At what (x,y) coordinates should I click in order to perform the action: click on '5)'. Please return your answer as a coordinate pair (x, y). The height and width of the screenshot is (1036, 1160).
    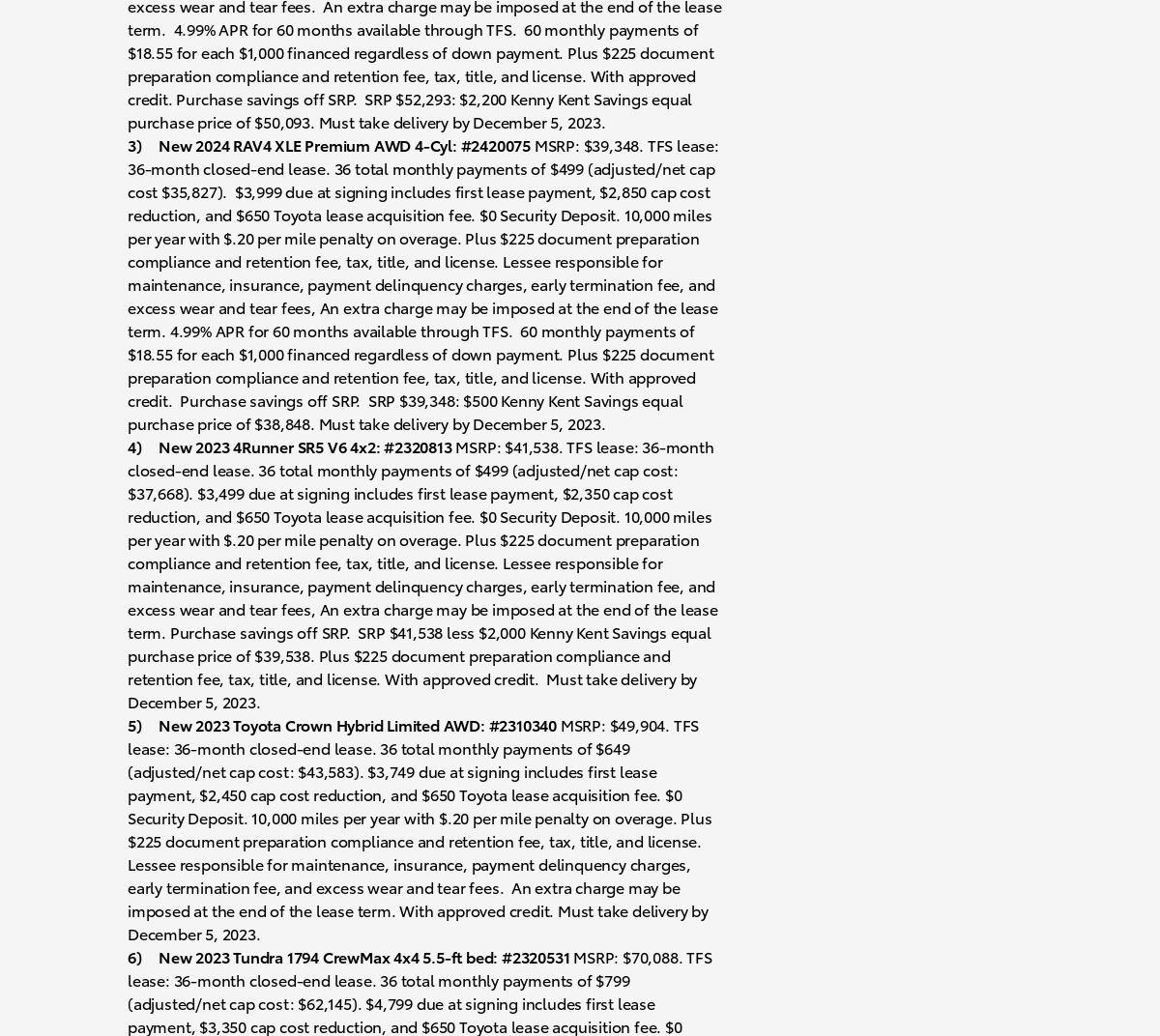
    Looking at the image, I should click on (133, 723).